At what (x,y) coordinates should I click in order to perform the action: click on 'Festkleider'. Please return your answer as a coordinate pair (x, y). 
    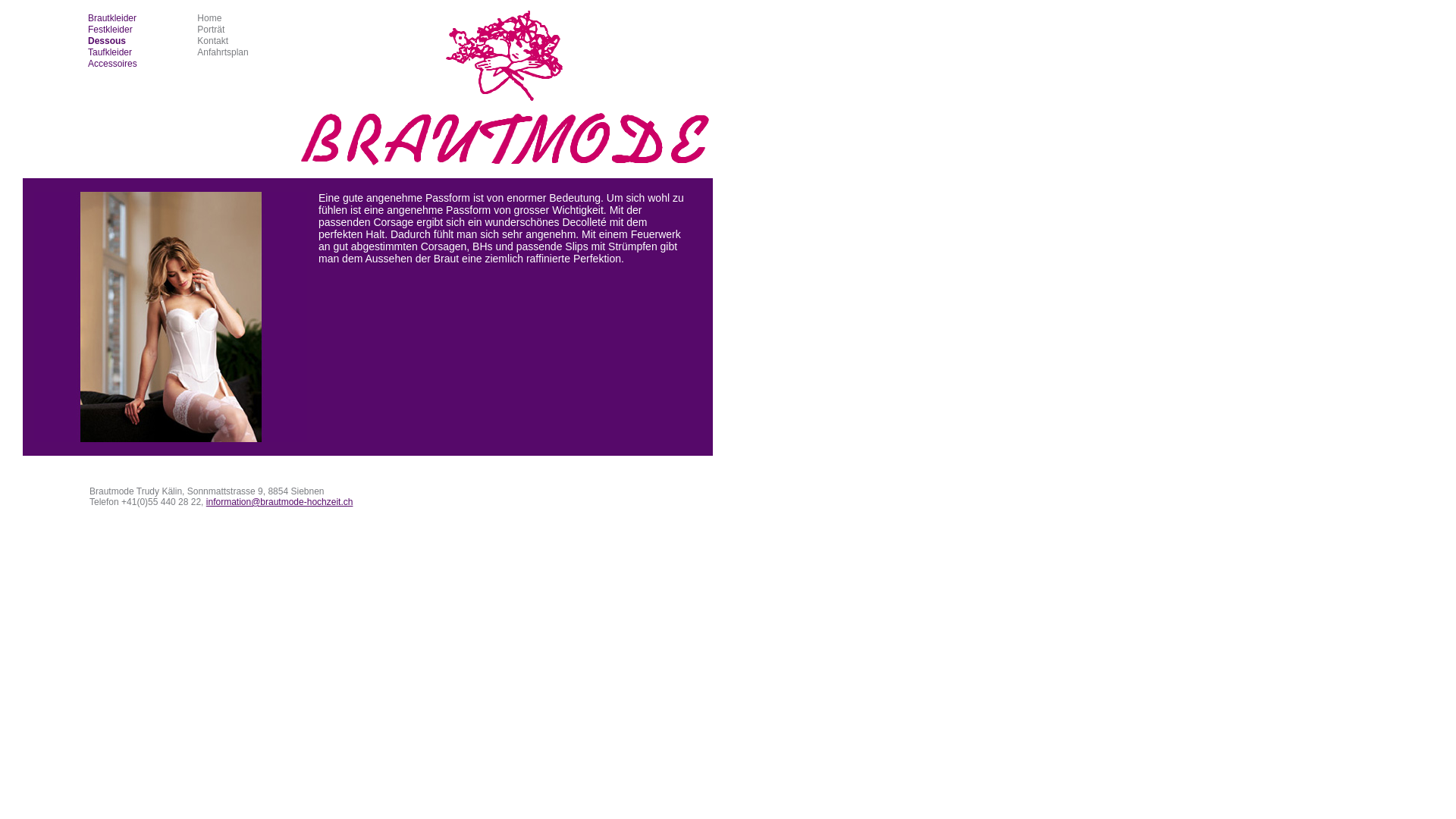
    Looking at the image, I should click on (86, 29).